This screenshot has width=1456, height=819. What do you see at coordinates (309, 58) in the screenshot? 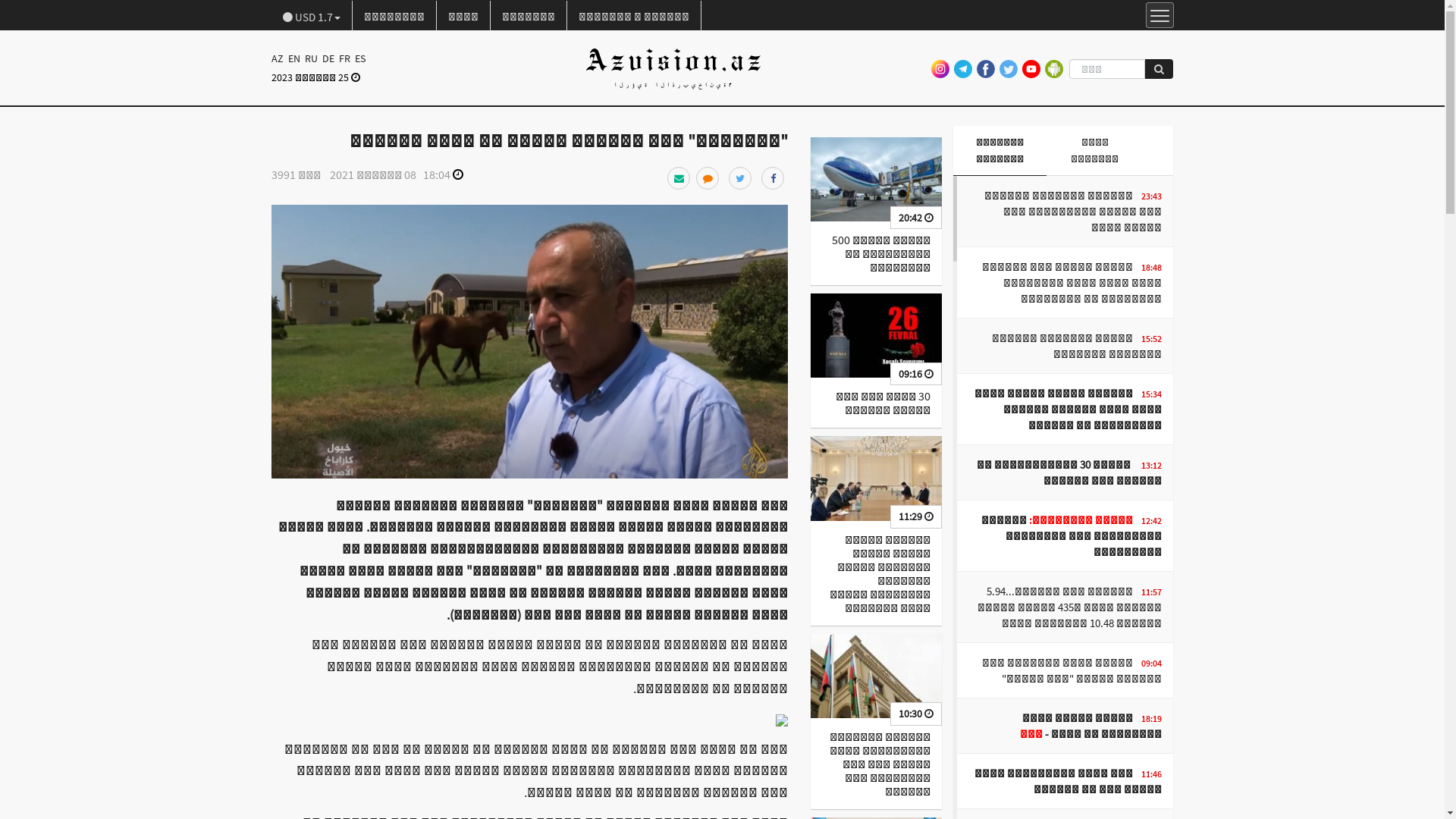
I see `'RU'` at bounding box center [309, 58].